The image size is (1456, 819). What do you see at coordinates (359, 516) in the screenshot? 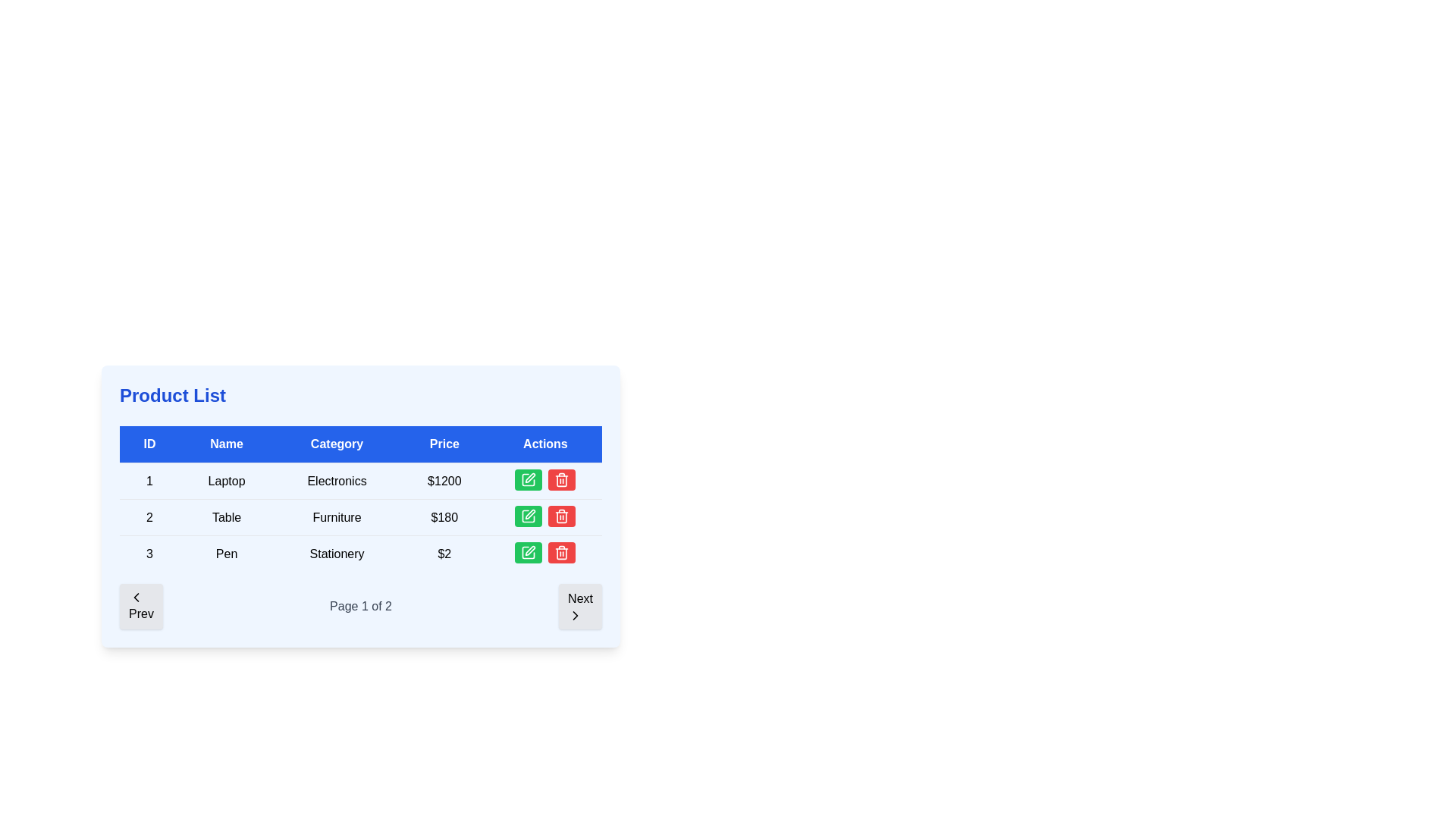
I see `the second row of the table` at bounding box center [359, 516].